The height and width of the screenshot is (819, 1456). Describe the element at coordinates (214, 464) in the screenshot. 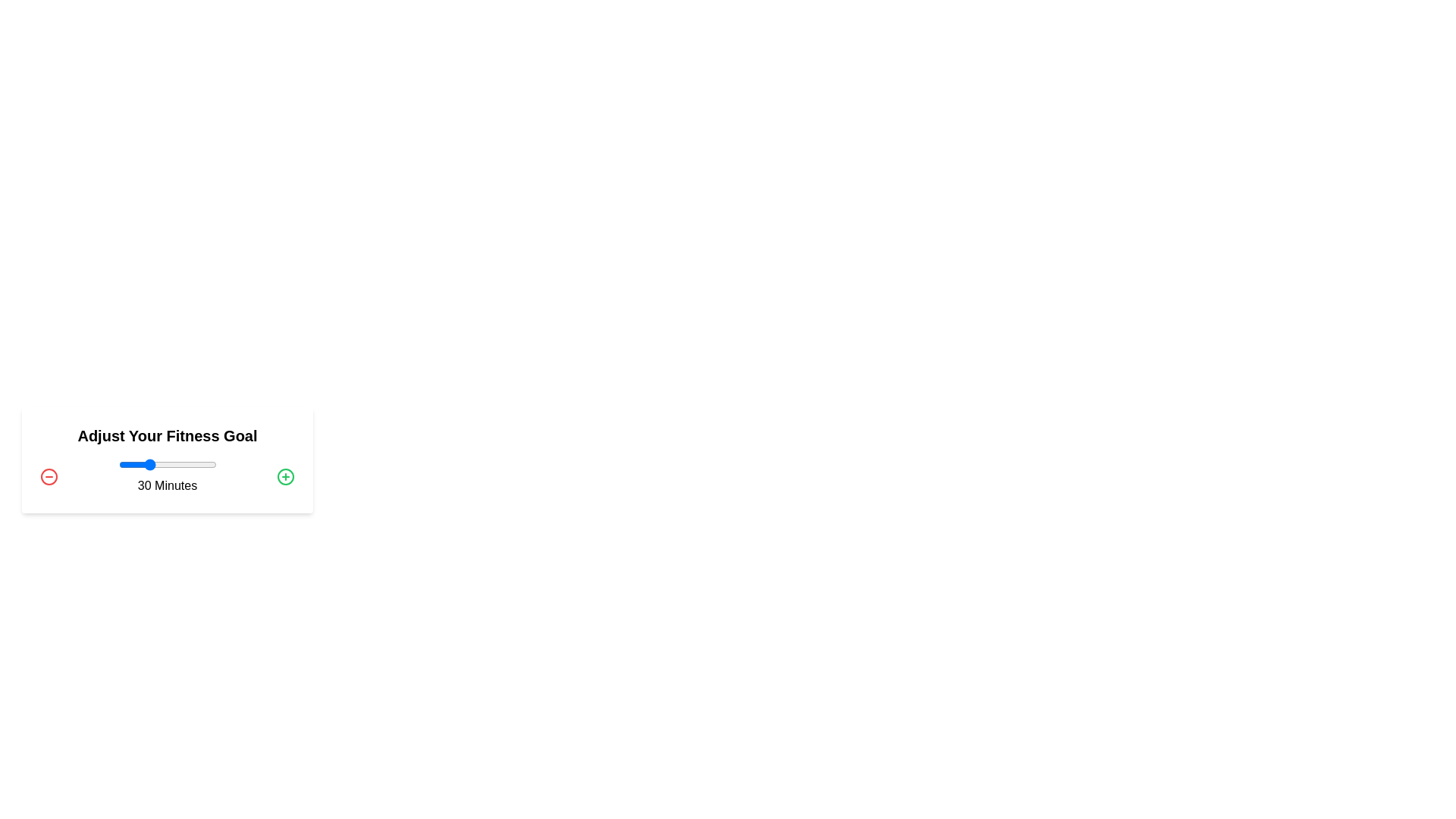

I see `fitness goal` at that location.